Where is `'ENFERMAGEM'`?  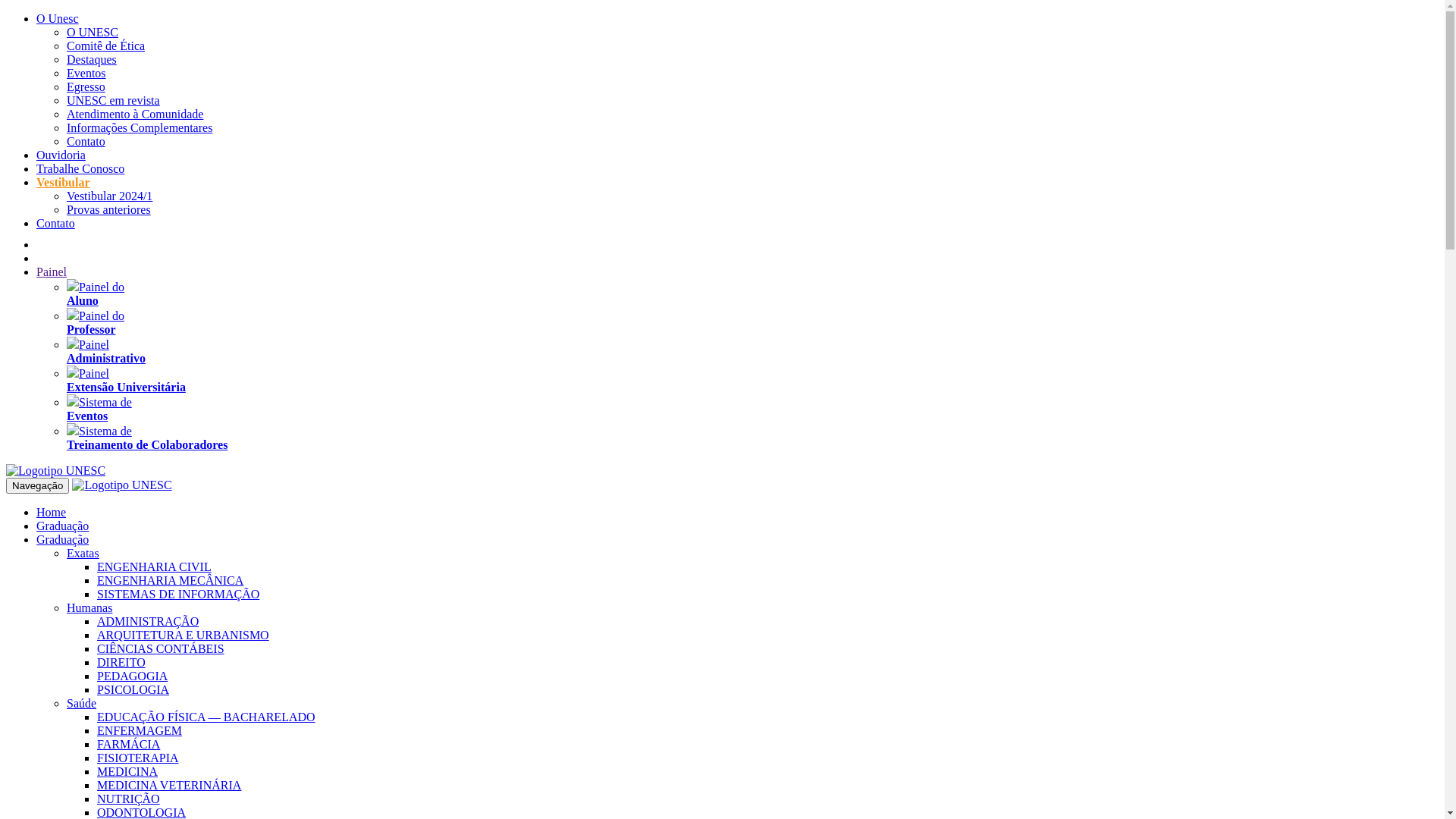 'ENFERMAGEM' is located at coordinates (139, 730).